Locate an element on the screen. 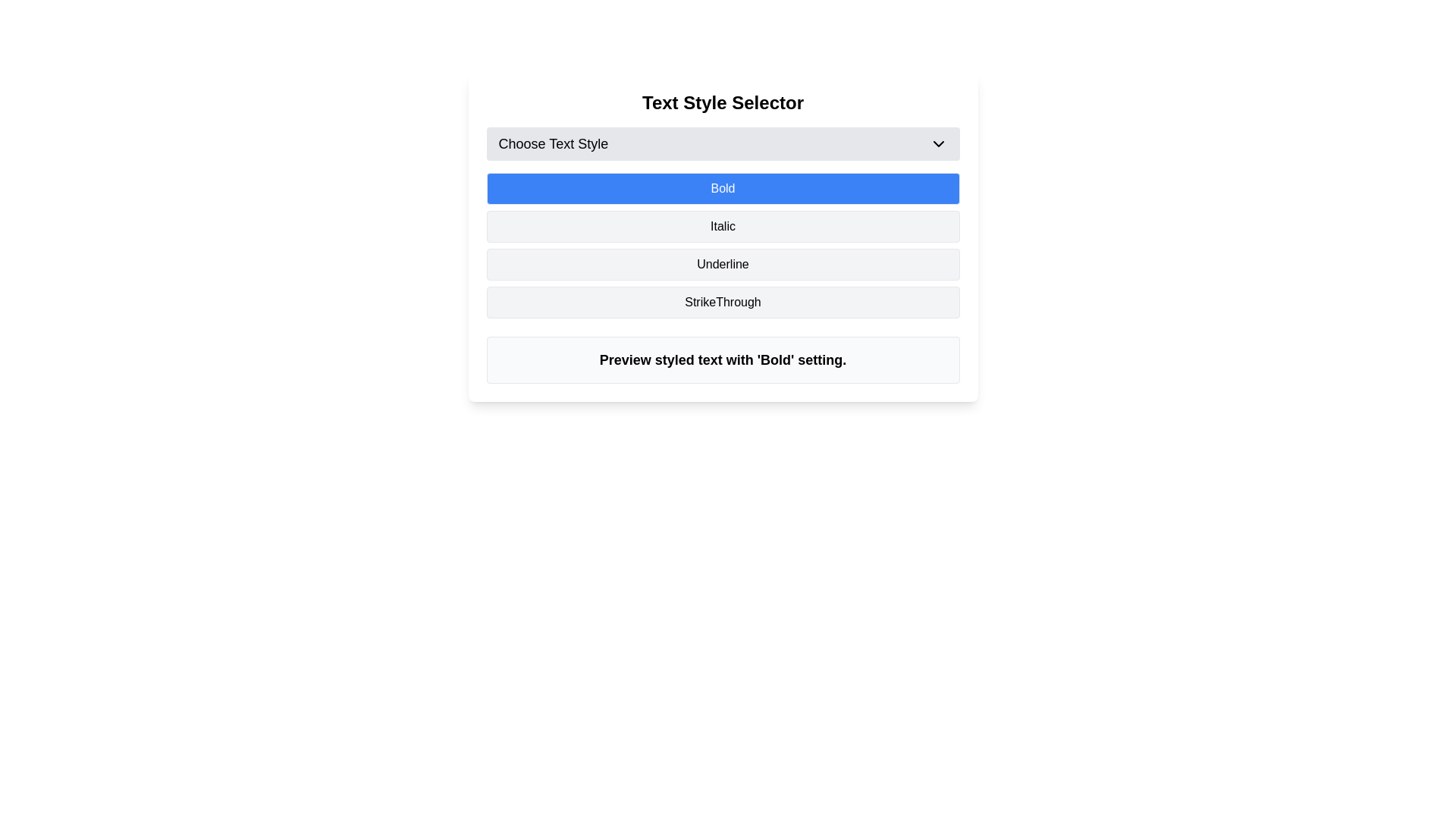  the small downward chevron icon located at the right edge of the 'Choose Text Style' area is located at coordinates (937, 143).